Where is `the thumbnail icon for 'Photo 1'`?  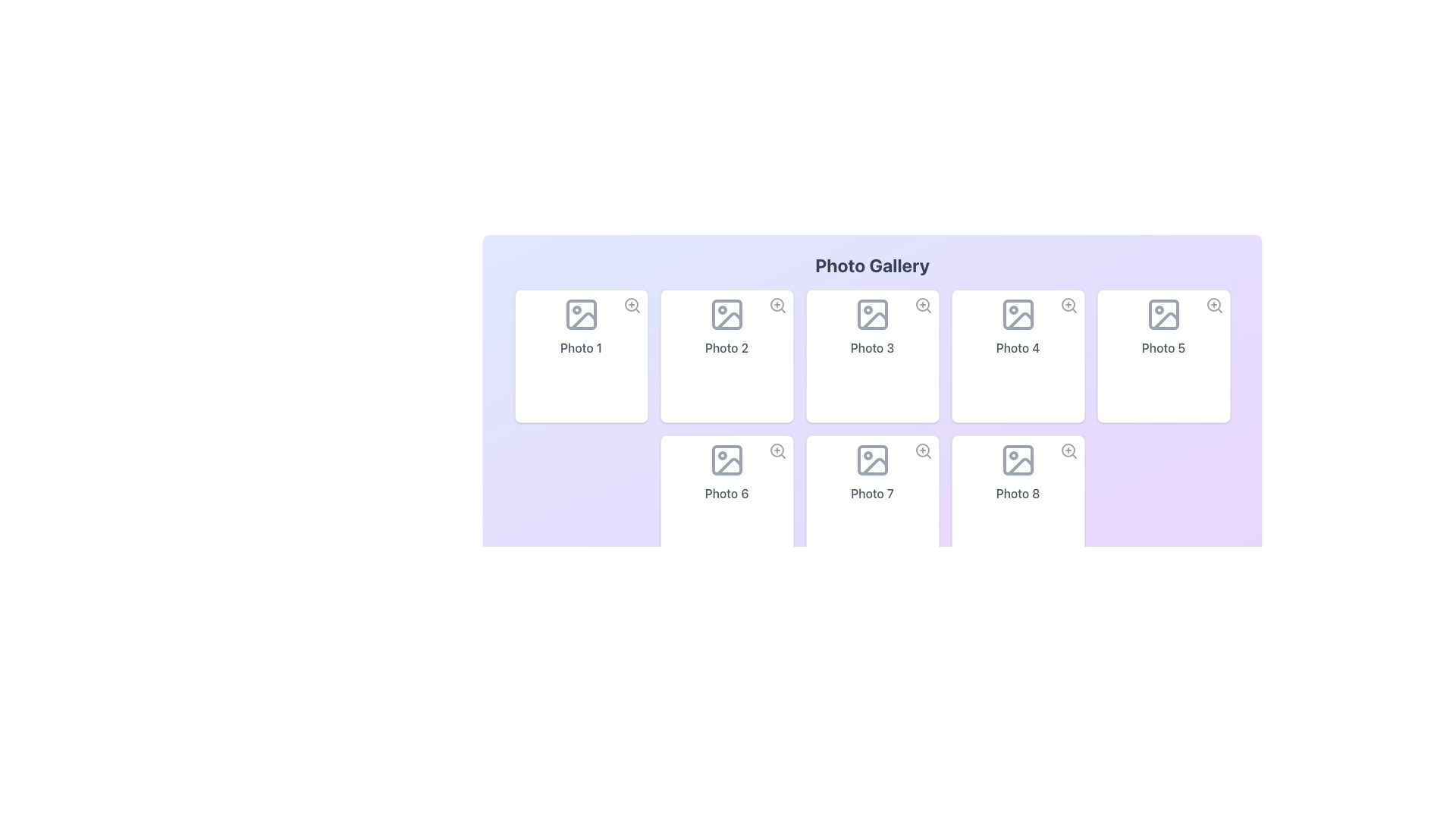
the thumbnail icon for 'Photo 1' is located at coordinates (580, 314).